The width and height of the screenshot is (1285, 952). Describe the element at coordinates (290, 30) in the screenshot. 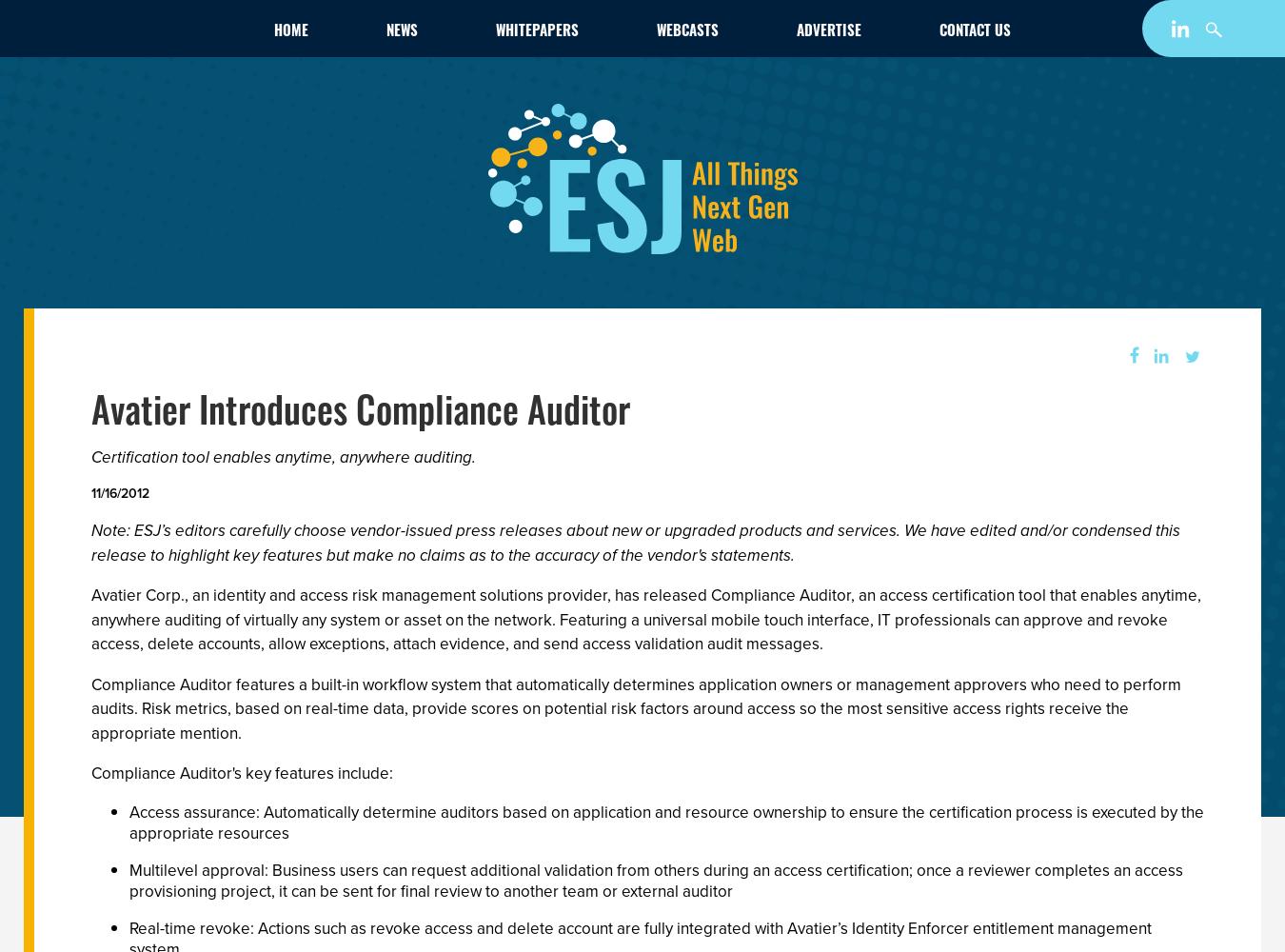

I see `'Home'` at that location.